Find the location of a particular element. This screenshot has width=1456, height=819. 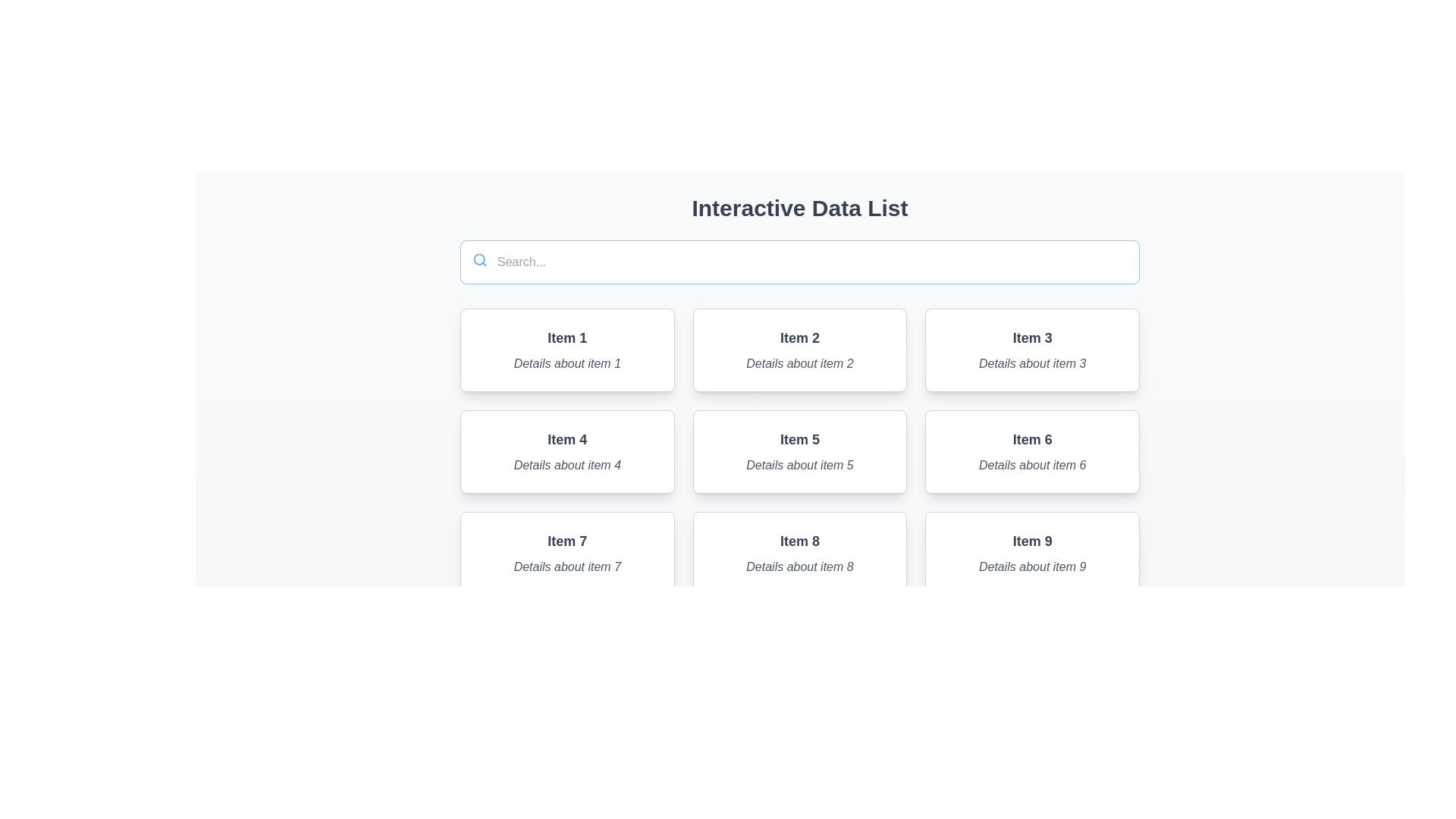

the fourth card in the grid layout, which displays 'Item 4' in bold and 'Details about item 4' in italic is located at coordinates (566, 451).